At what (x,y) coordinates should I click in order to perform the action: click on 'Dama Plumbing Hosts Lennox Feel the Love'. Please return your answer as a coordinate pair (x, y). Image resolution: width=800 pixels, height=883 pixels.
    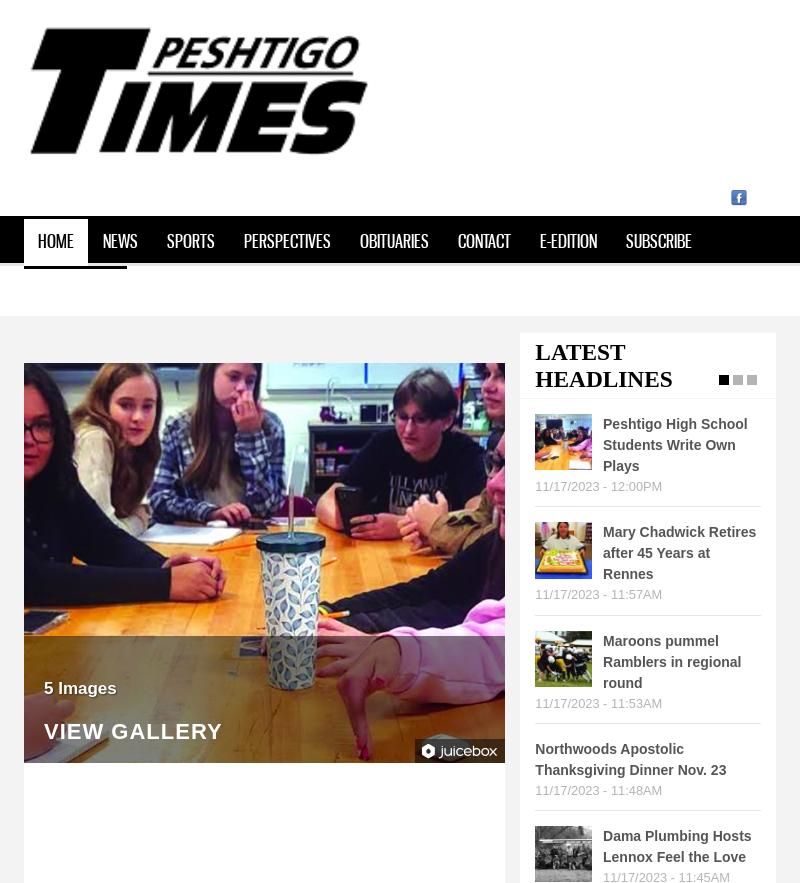
    Looking at the image, I should click on (676, 846).